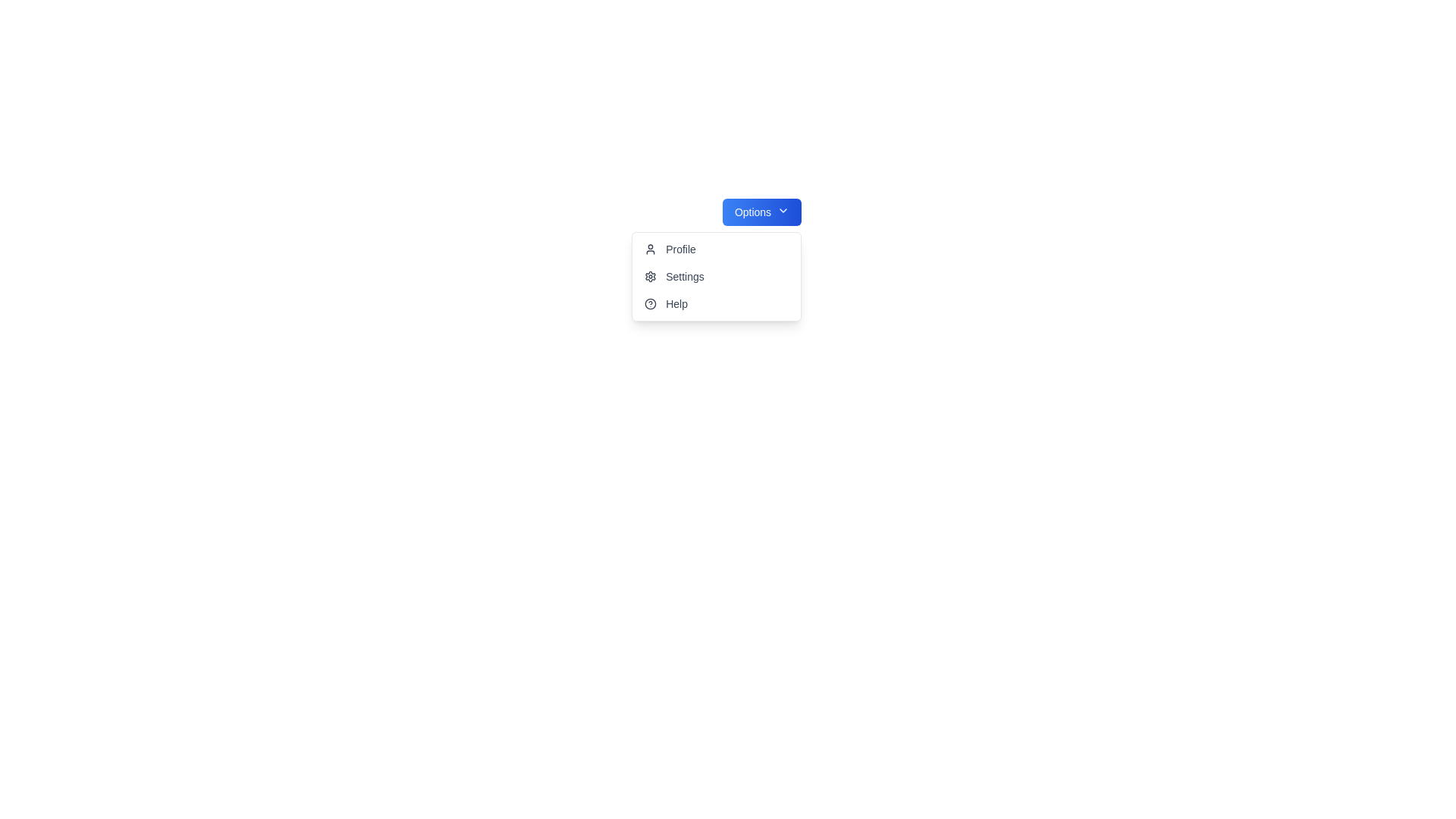 The width and height of the screenshot is (1456, 819). What do you see at coordinates (651, 277) in the screenshot?
I see `the settings icon in the dropdown menu located below the 'Options' button, which is the second icon from the top` at bounding box center [651, 277].